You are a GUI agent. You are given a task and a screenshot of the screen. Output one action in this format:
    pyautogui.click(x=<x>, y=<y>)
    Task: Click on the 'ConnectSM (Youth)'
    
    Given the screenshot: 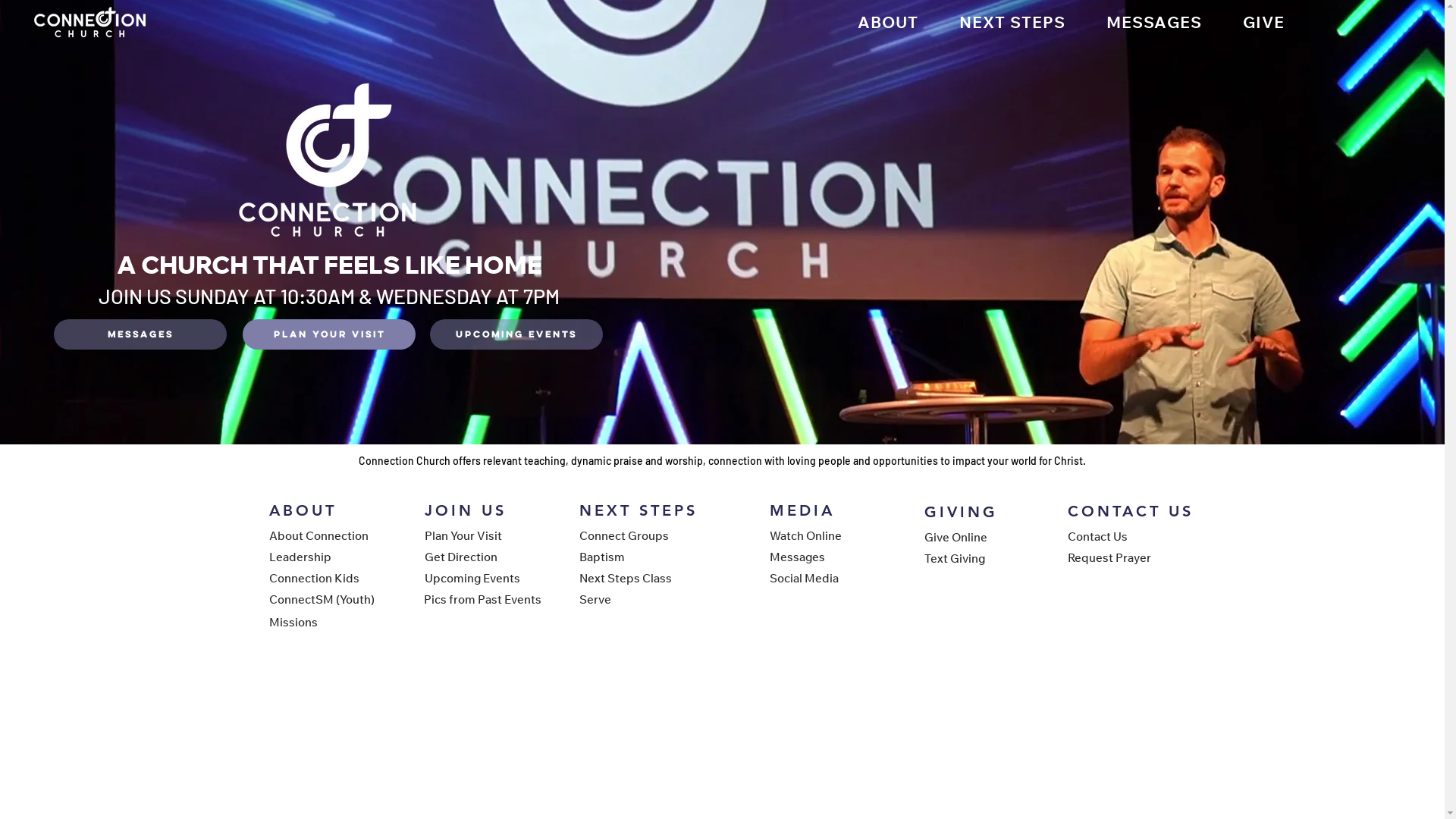 What is the action you would take?
    pyautogui.click(x=268, y=598)
    